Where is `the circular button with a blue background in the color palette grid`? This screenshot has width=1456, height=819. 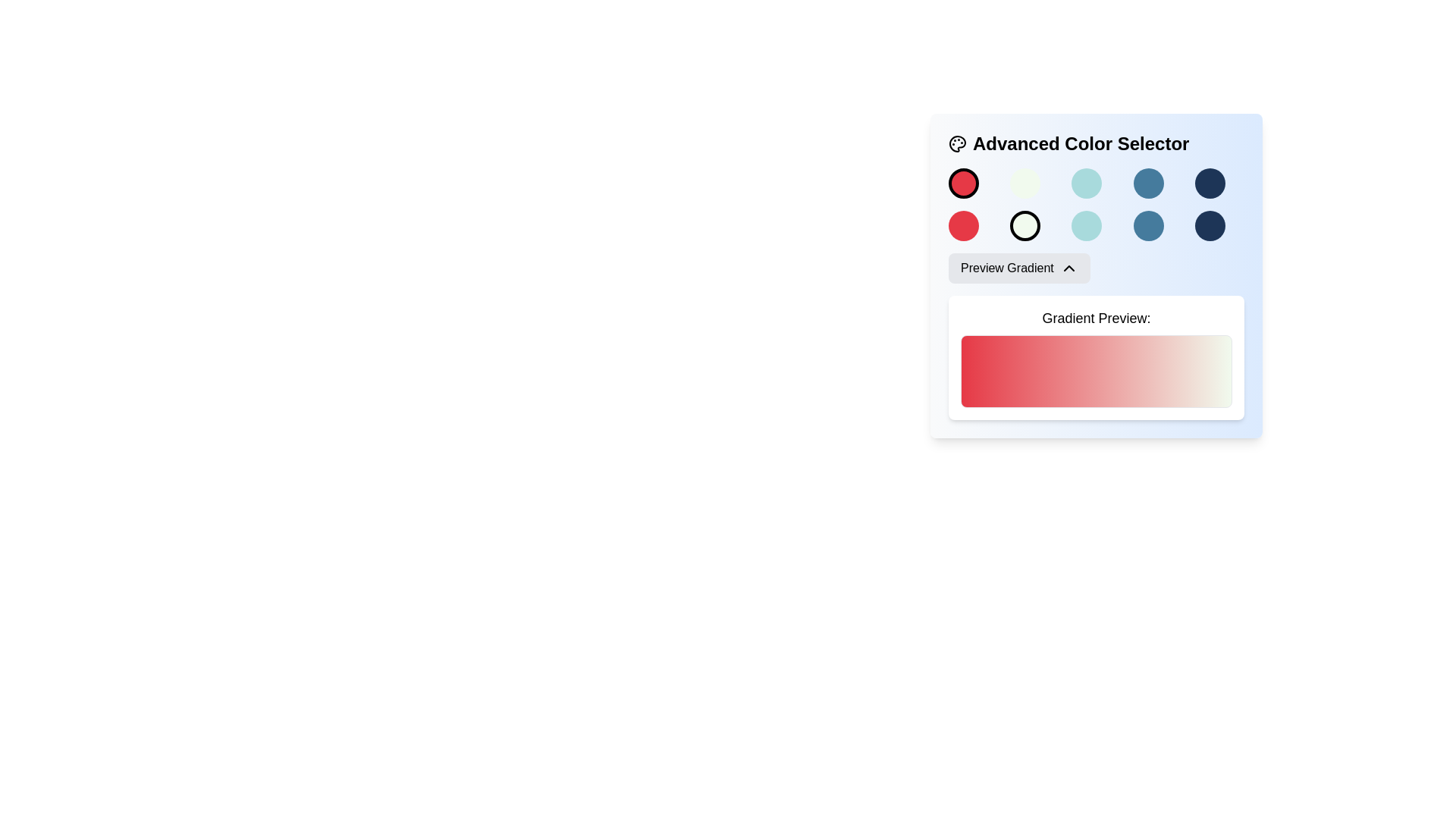 the circular button with a blue background in the color palette grid is located at coordinates (1148, 183).